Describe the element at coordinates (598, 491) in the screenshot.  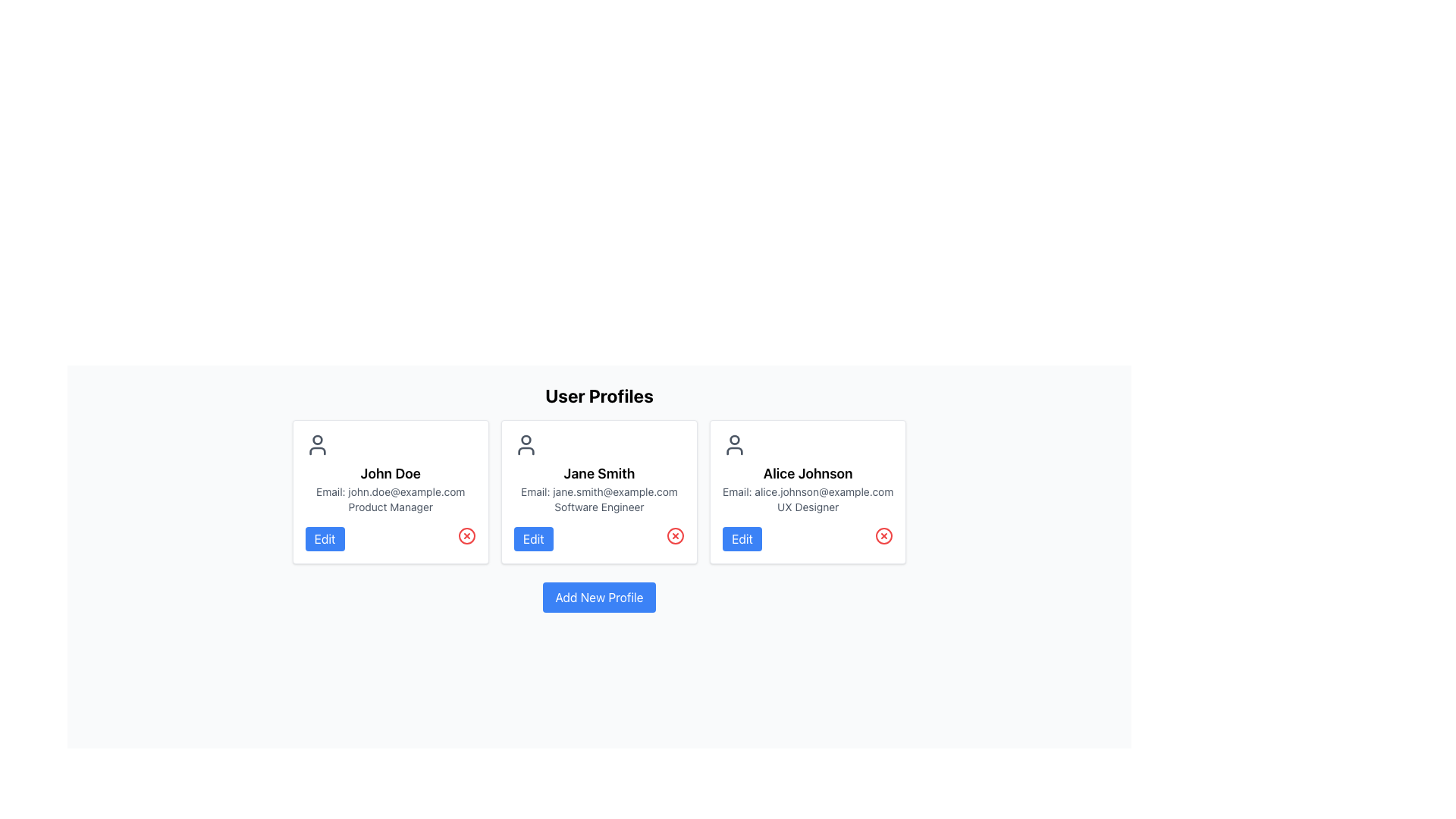
I see `the Profile Card for 'Jane Smith', which contains her name, email, job title, and interactive buttons for editing and deleting, located in the middle of the User Profiles section` at that location.